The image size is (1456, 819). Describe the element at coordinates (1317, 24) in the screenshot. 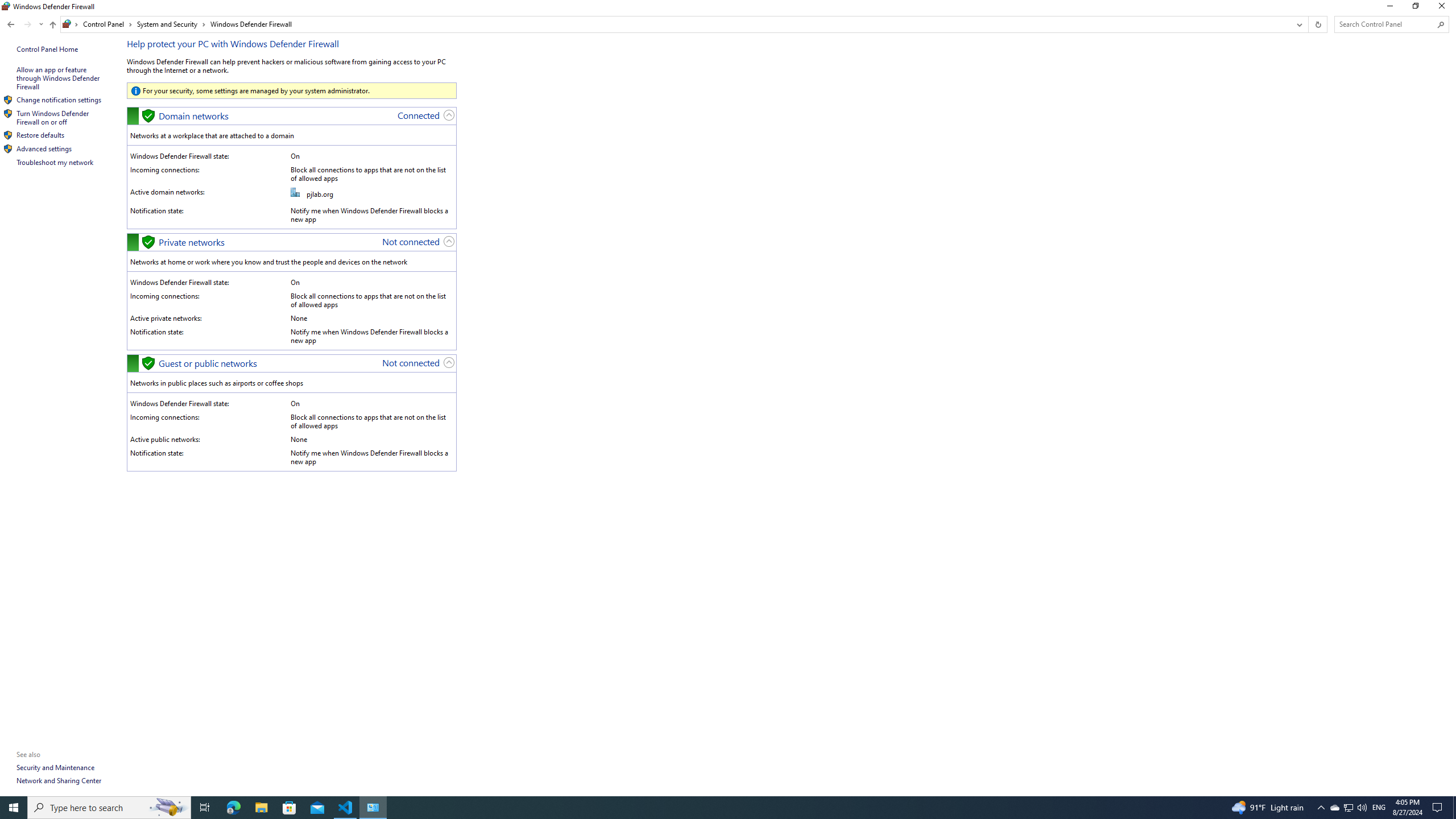

I see `'Refresh "Windows Defender Firewall" (F5)'` at that location.